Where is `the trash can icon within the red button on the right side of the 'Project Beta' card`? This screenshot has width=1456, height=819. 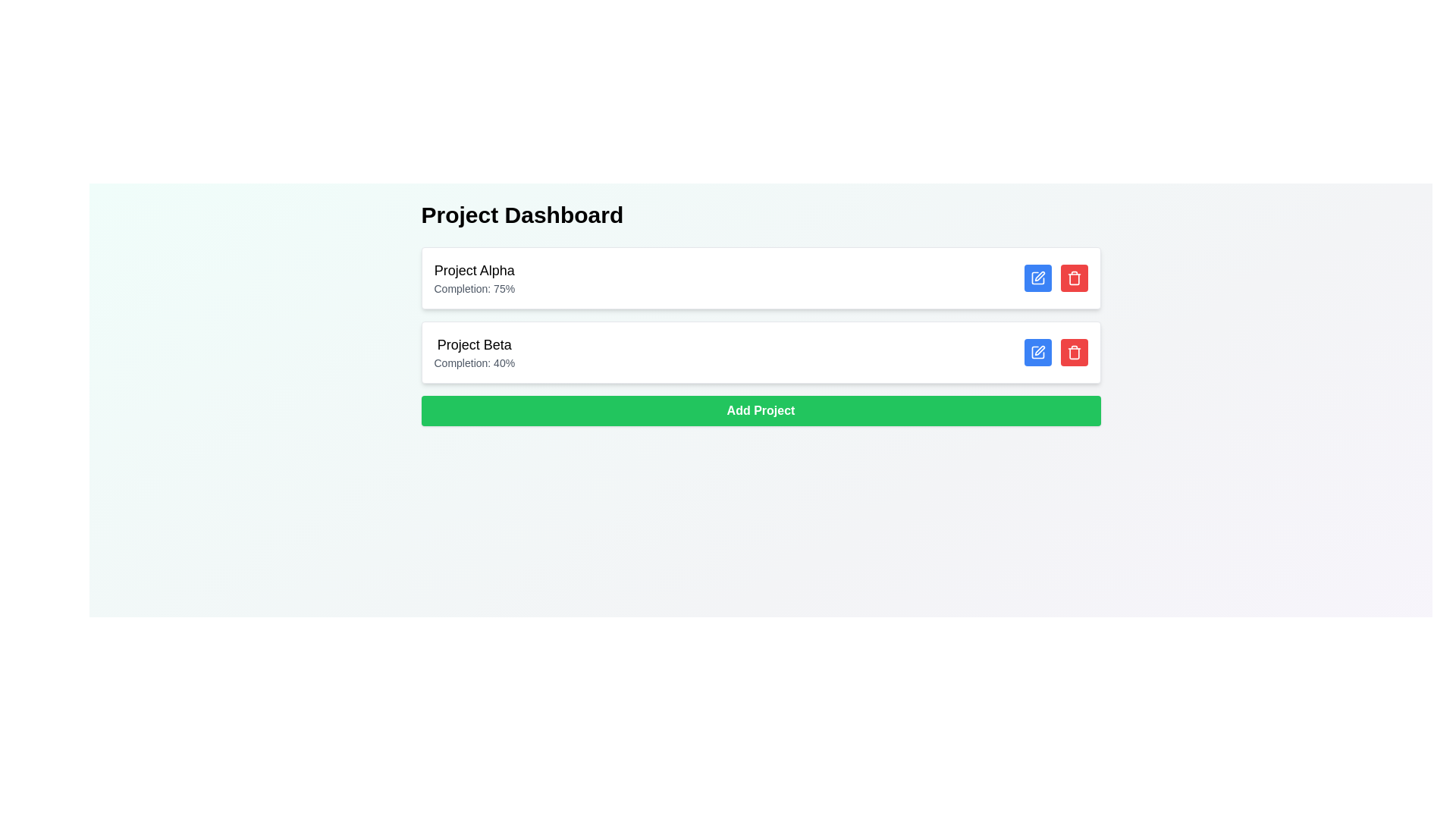
the trash can icon within the red button on the right side of the 'Project Beta' card is located at coordinates (1073, 278).